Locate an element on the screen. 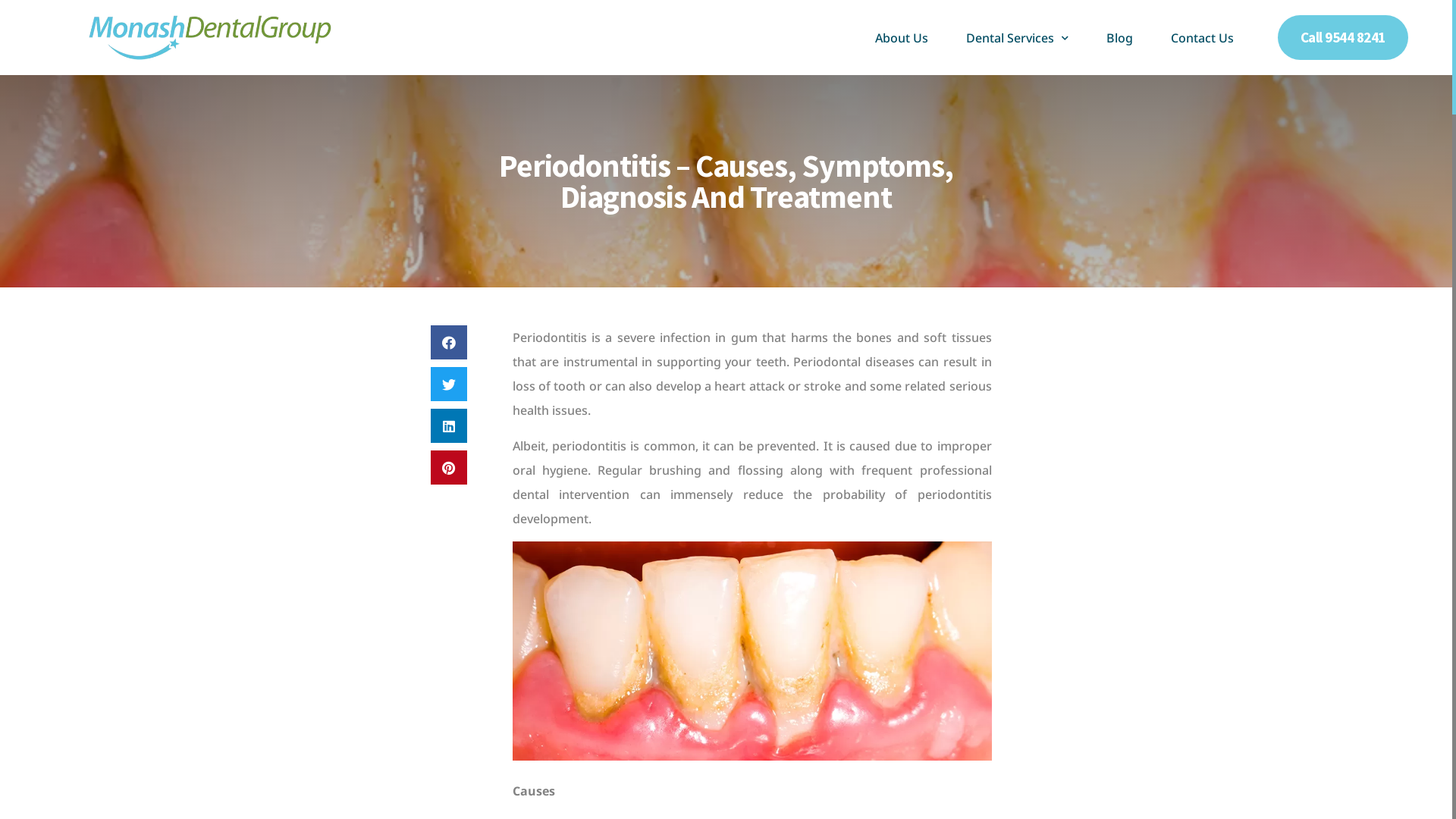 The width and height of the screenshot is (1456, 819). 'About Us' is located at coordinates (902, 37).